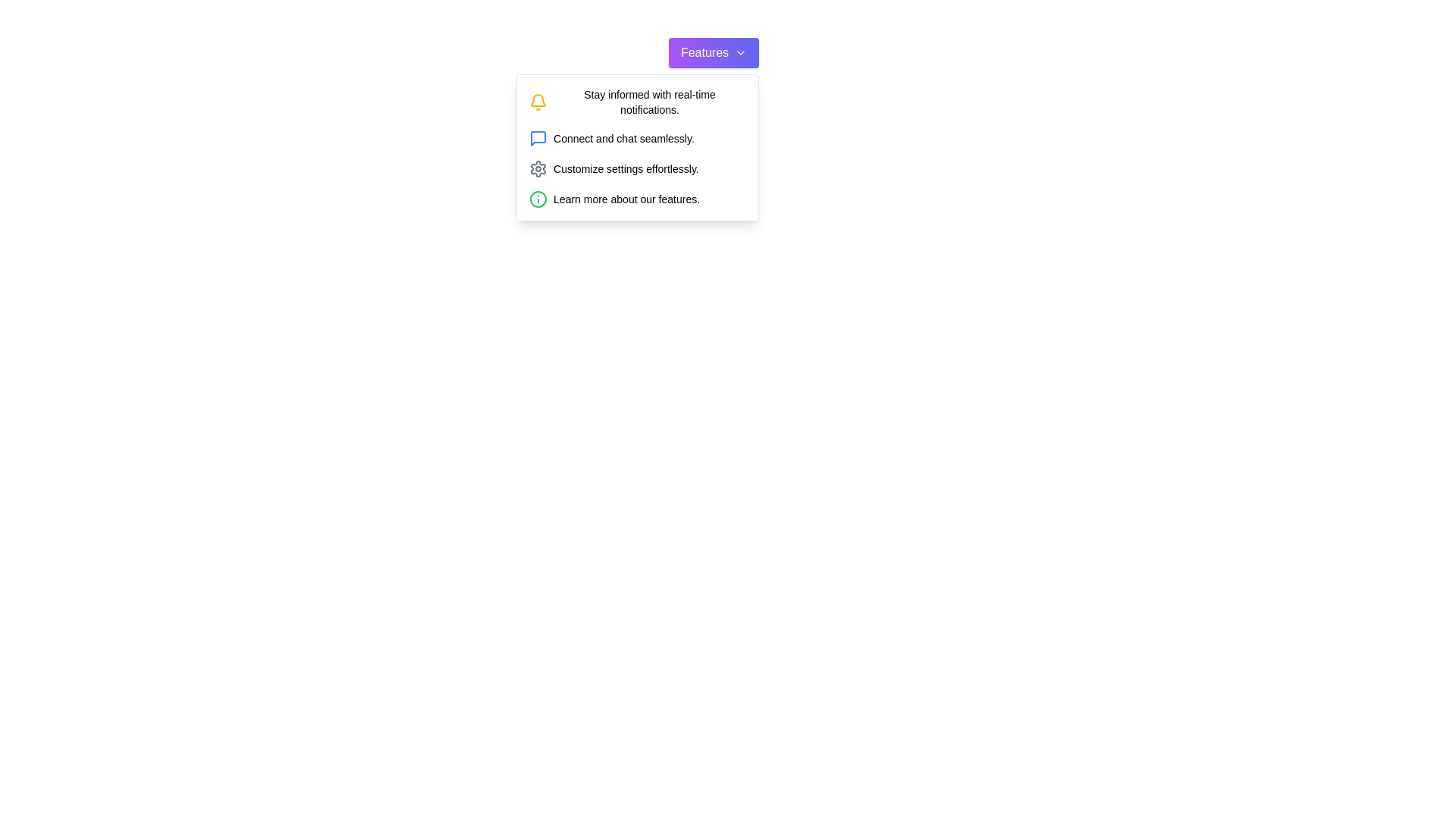  Describe the element at coordinates (538, 138) in the screenshot. I see `the messaging icon, which is part of a vertical list of icons in the right section of a dropdown informational card` at that location.